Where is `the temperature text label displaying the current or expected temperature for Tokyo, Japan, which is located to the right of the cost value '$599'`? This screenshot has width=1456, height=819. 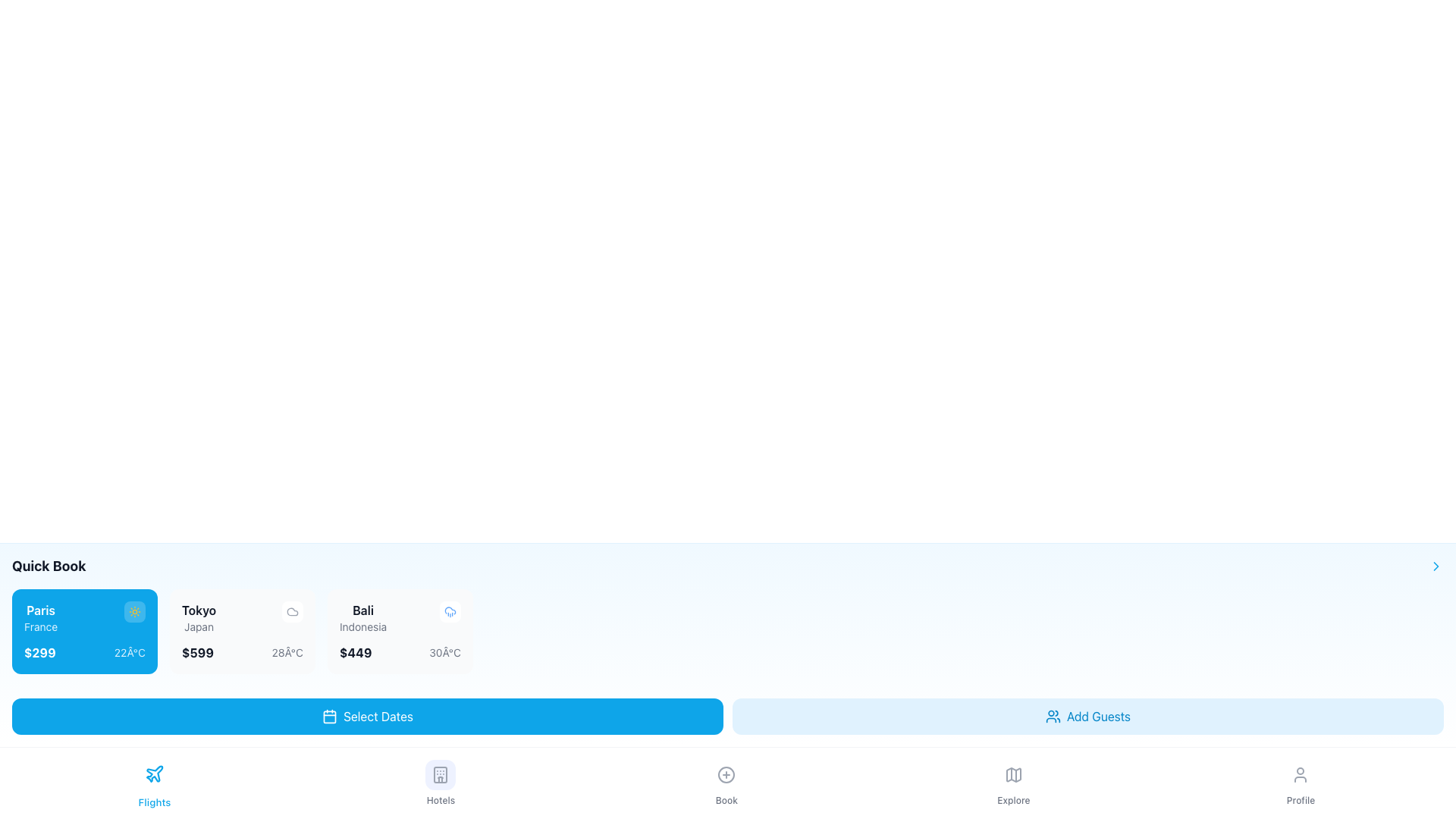
the temperature text label displaying the current or expected temperature for Tokyo, Japan, which is located to the right of the cost value '$599' is located at coordinates (287, 651).